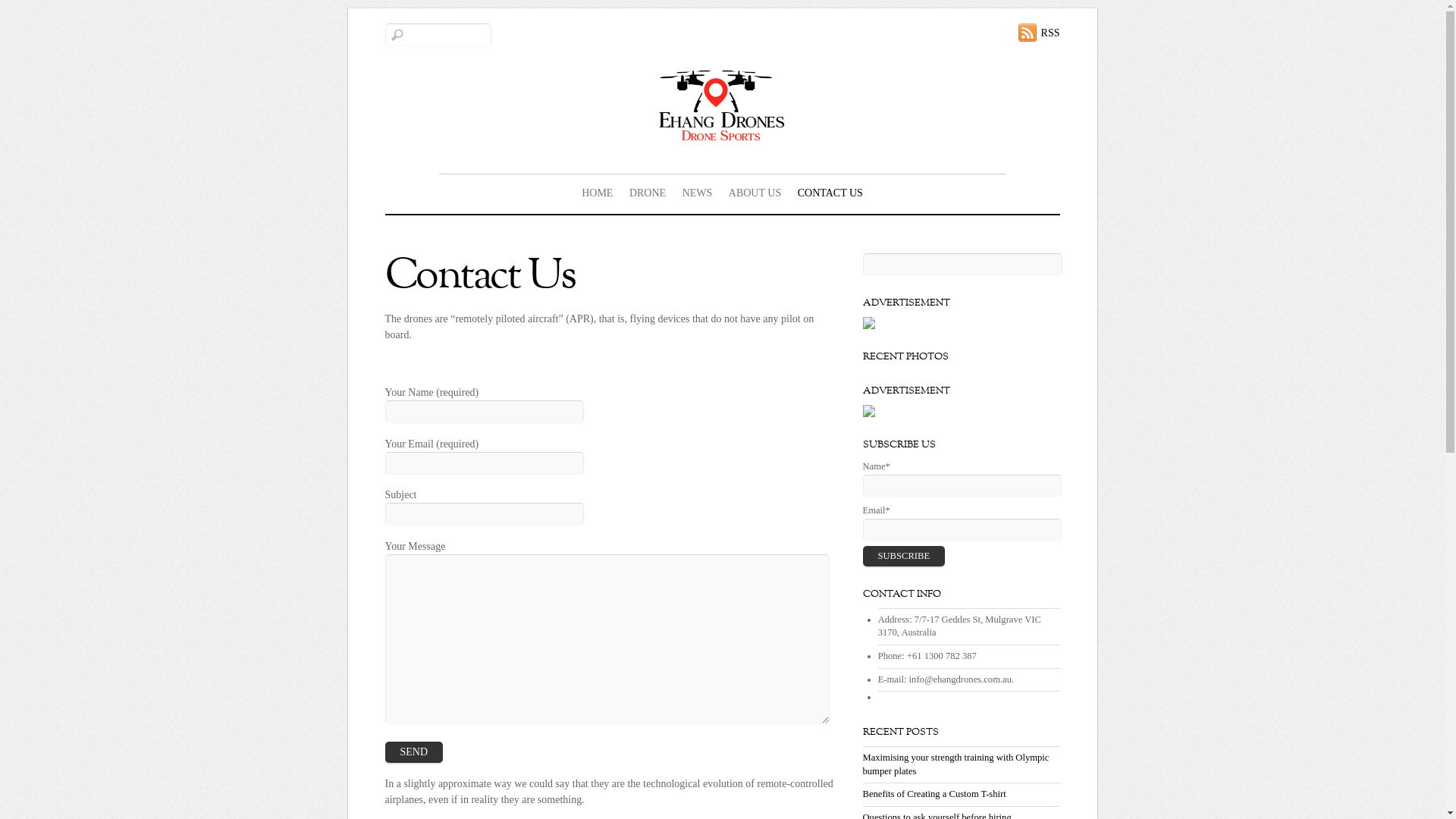 This screenshot has height=819, width=1456. Describe the element at coordinates (829, 192) in the screenshot. I see `'CONTACT US'` at that location.